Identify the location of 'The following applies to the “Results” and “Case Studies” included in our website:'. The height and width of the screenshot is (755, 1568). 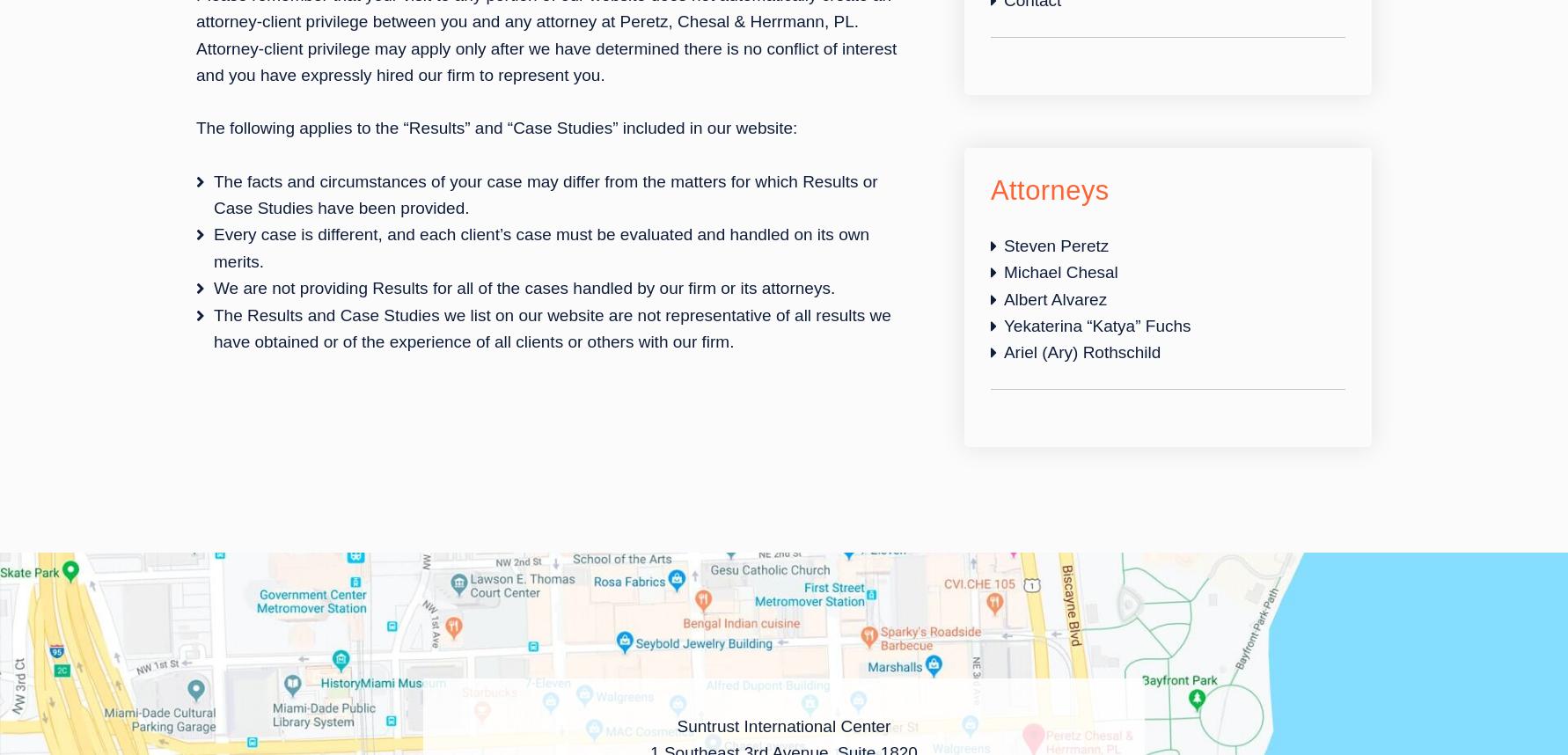
(496, 127).